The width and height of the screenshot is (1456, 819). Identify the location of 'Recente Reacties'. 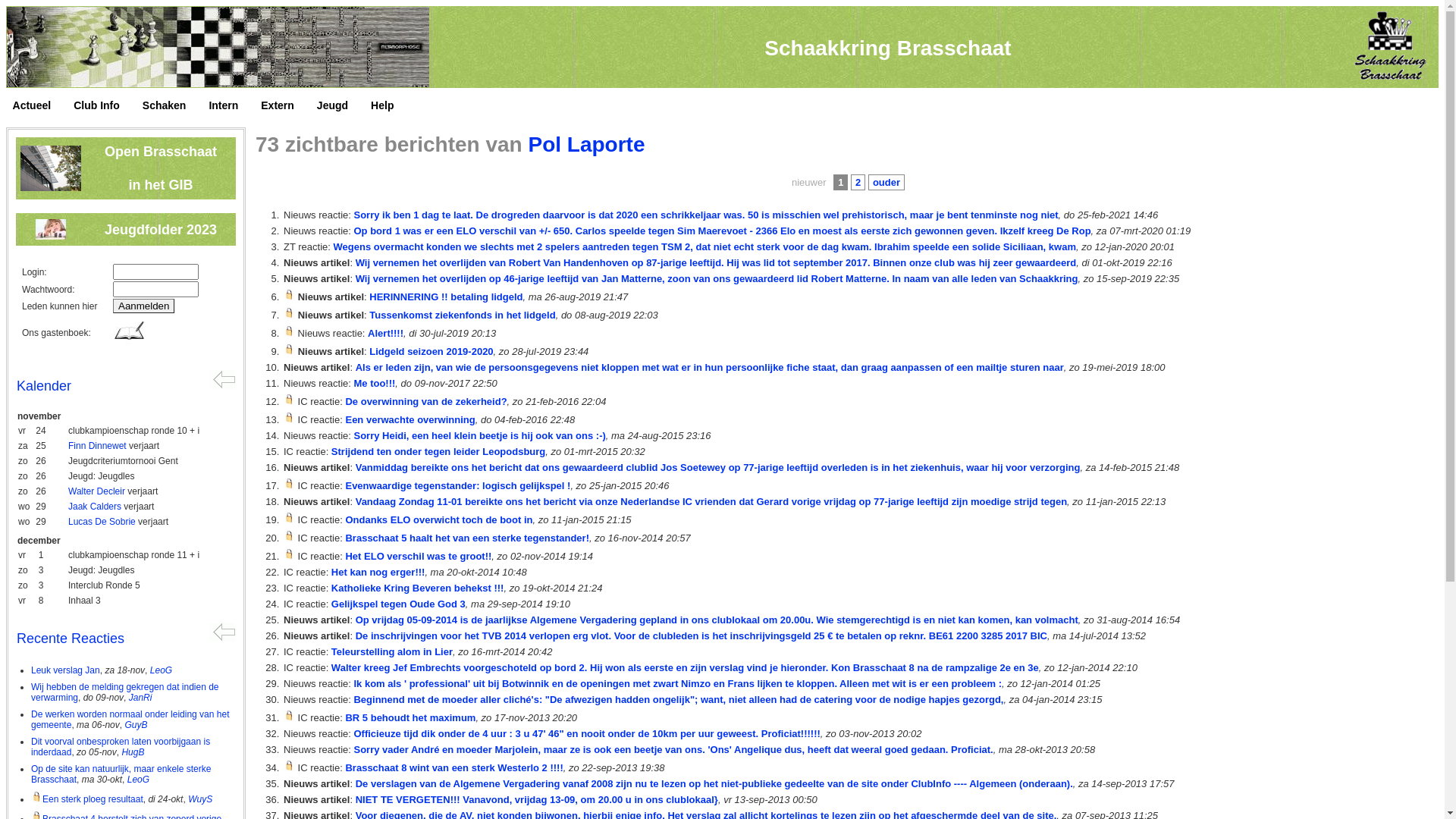
(69, 638).